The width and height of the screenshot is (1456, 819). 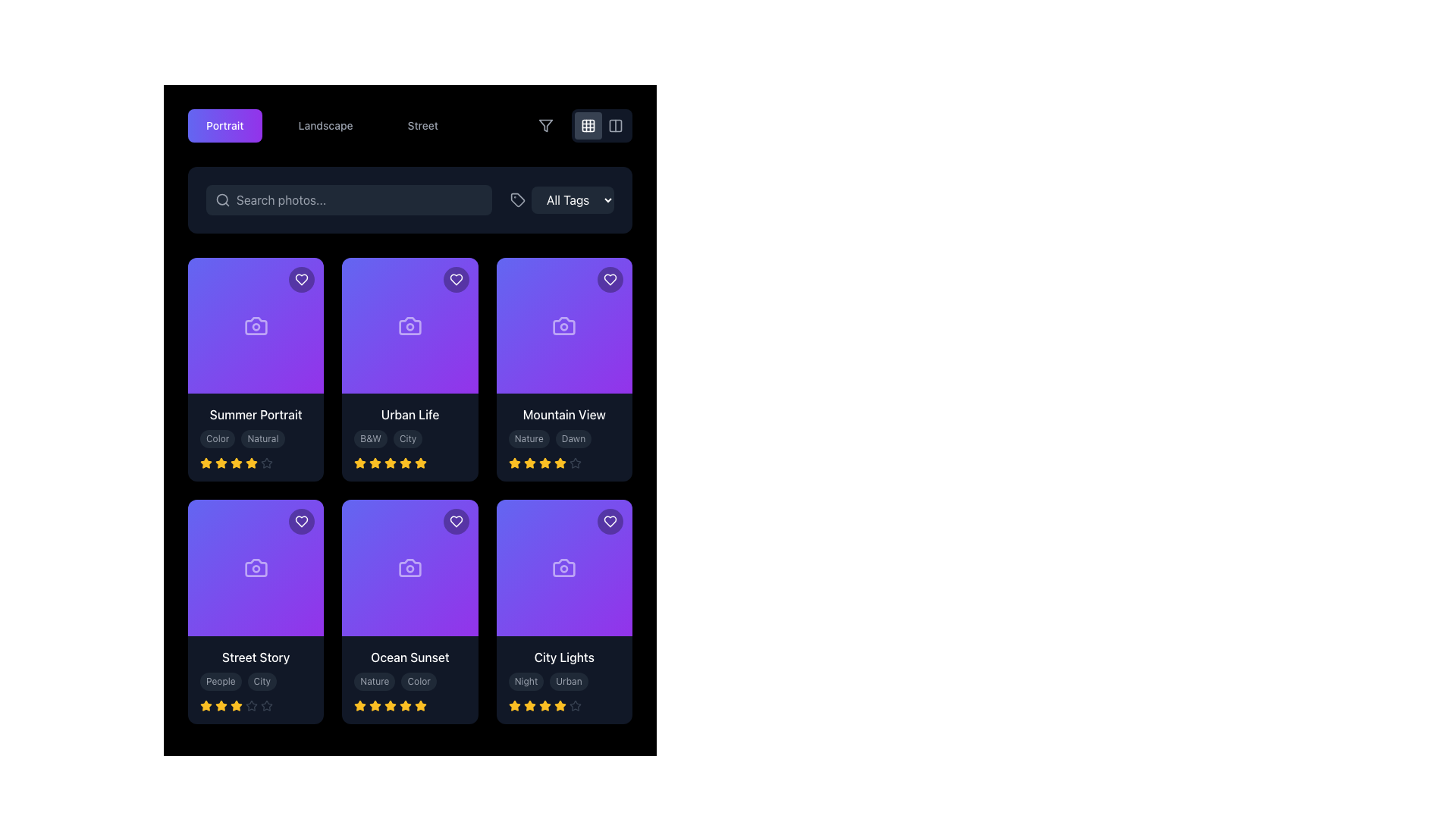 What do you see at coordinates (563, 567) in the screenshot?
I see `the Image Placeholder located at the top section of the card titled 'City Lights', positioned in the bottom-right of the grid` at bounding box center [563, 567].